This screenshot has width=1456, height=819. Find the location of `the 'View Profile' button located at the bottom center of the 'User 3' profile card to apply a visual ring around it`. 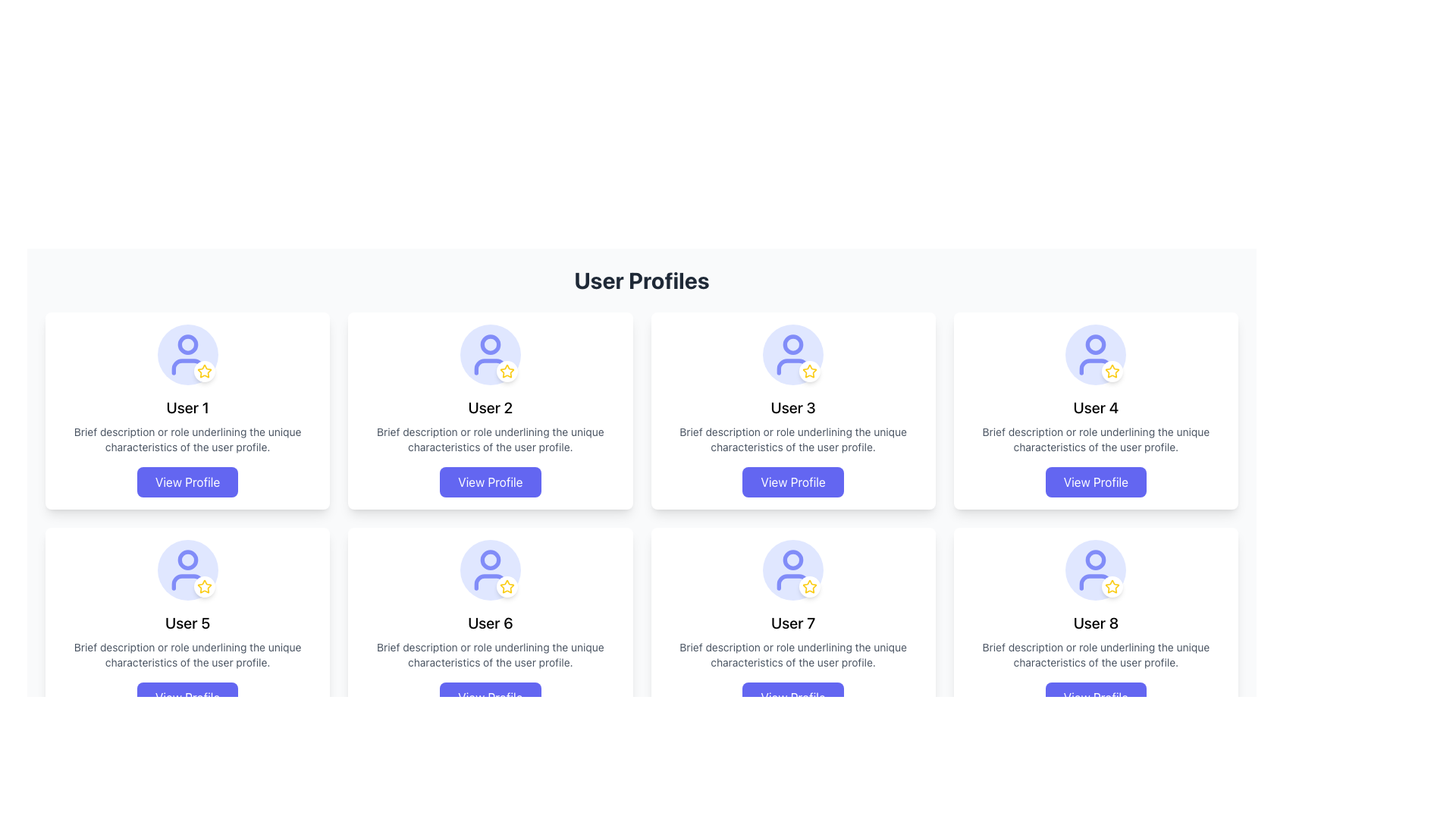

the 'View Profile' button located at the bottom center of the 'User 3' profile card to apply a visual ring around it is located at coordinates (792, 482).